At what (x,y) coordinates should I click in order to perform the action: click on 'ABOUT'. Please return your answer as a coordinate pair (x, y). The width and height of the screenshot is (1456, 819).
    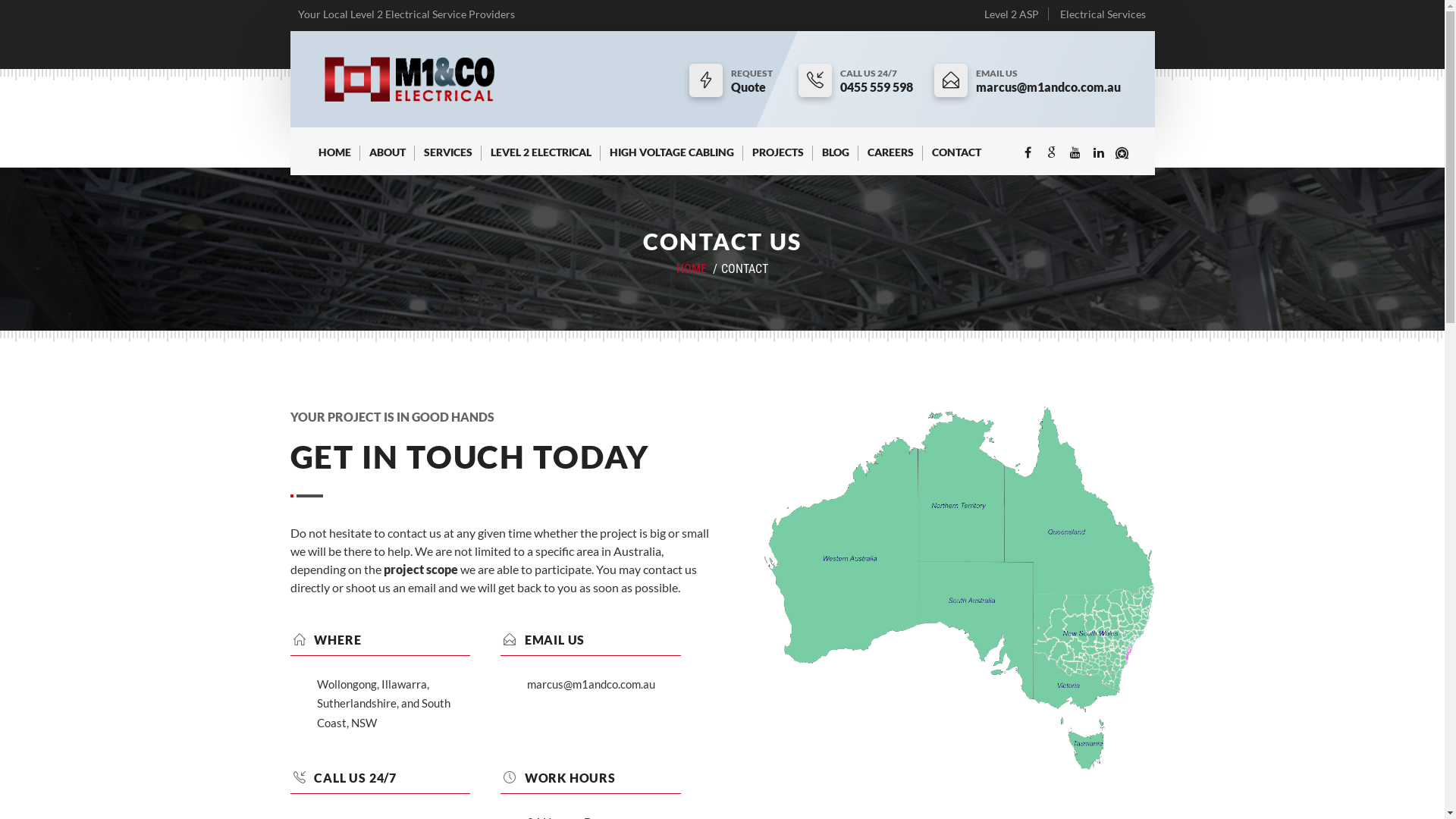
    Looking at the image, I should click on (359, 158).